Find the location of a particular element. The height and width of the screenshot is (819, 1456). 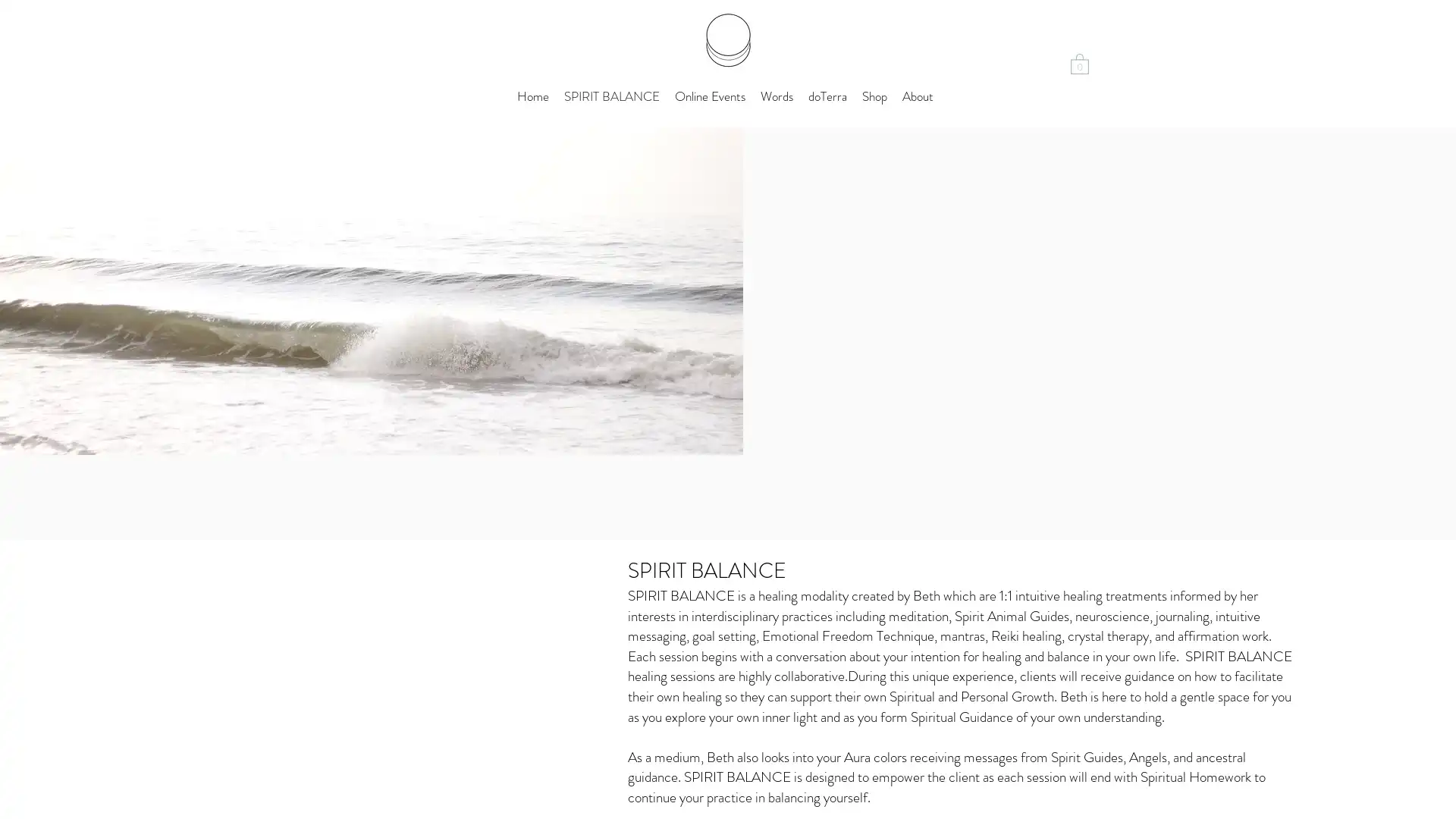

Cart with 0 items is located at coordinates (1079, 62).